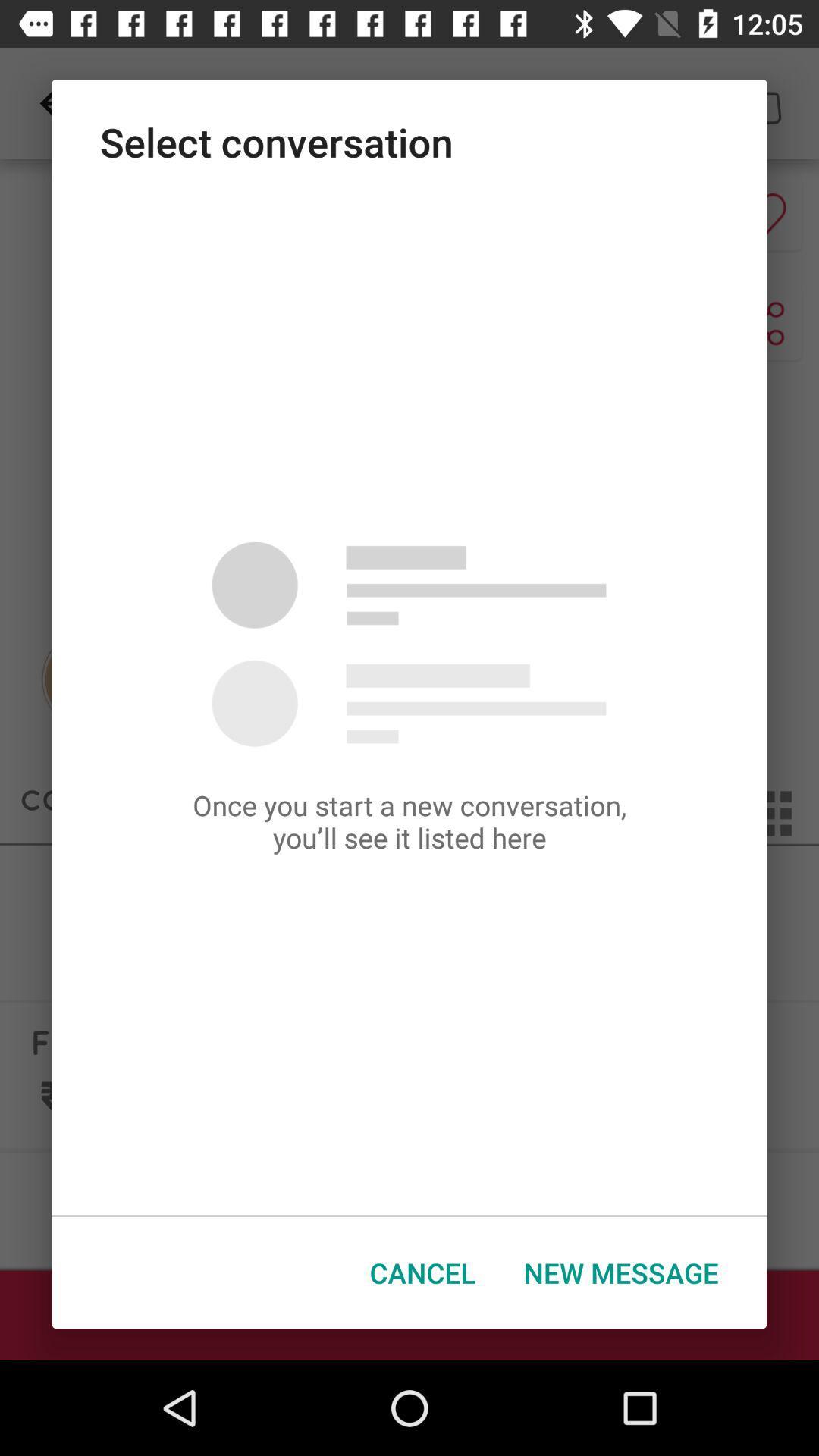 The width and height of the screenshot is (819, 1456). I want to click on new message, so click(621, 1272).